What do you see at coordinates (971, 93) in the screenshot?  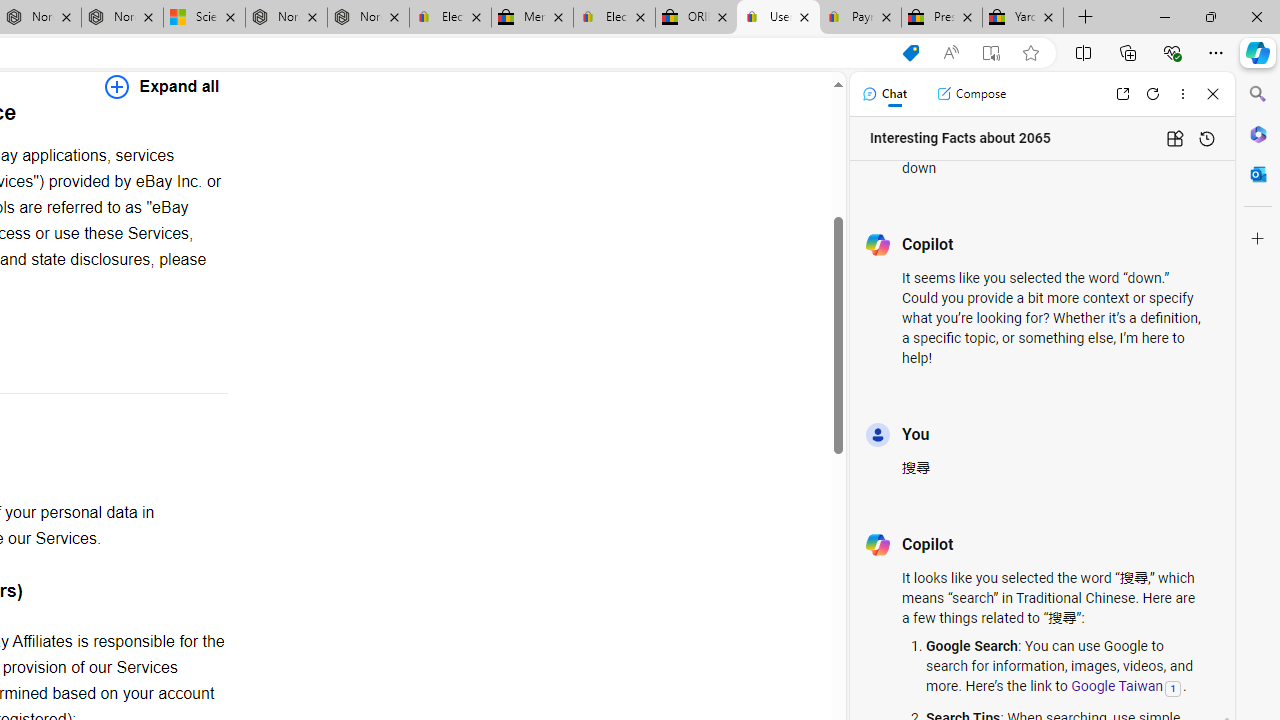 I see `'Compose'` at bounding box center [971, 93].